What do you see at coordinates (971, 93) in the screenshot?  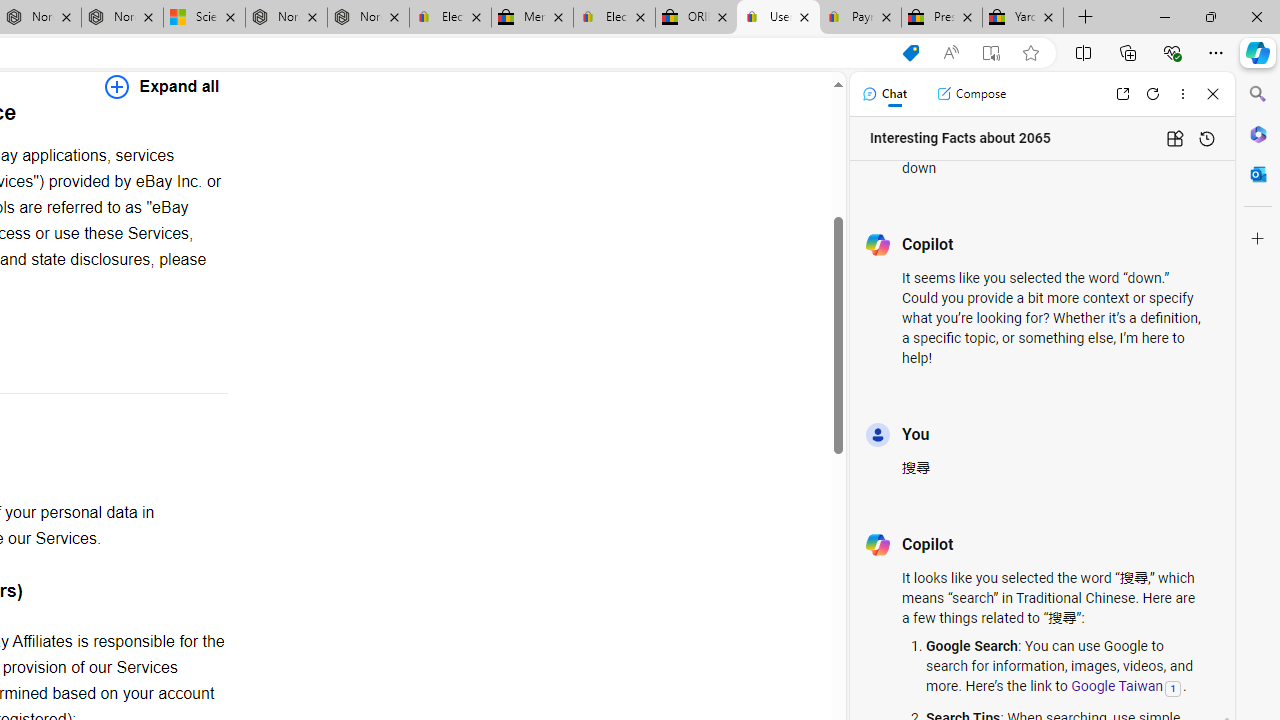 I see `'Compose'` at bounding box center [971, 93].